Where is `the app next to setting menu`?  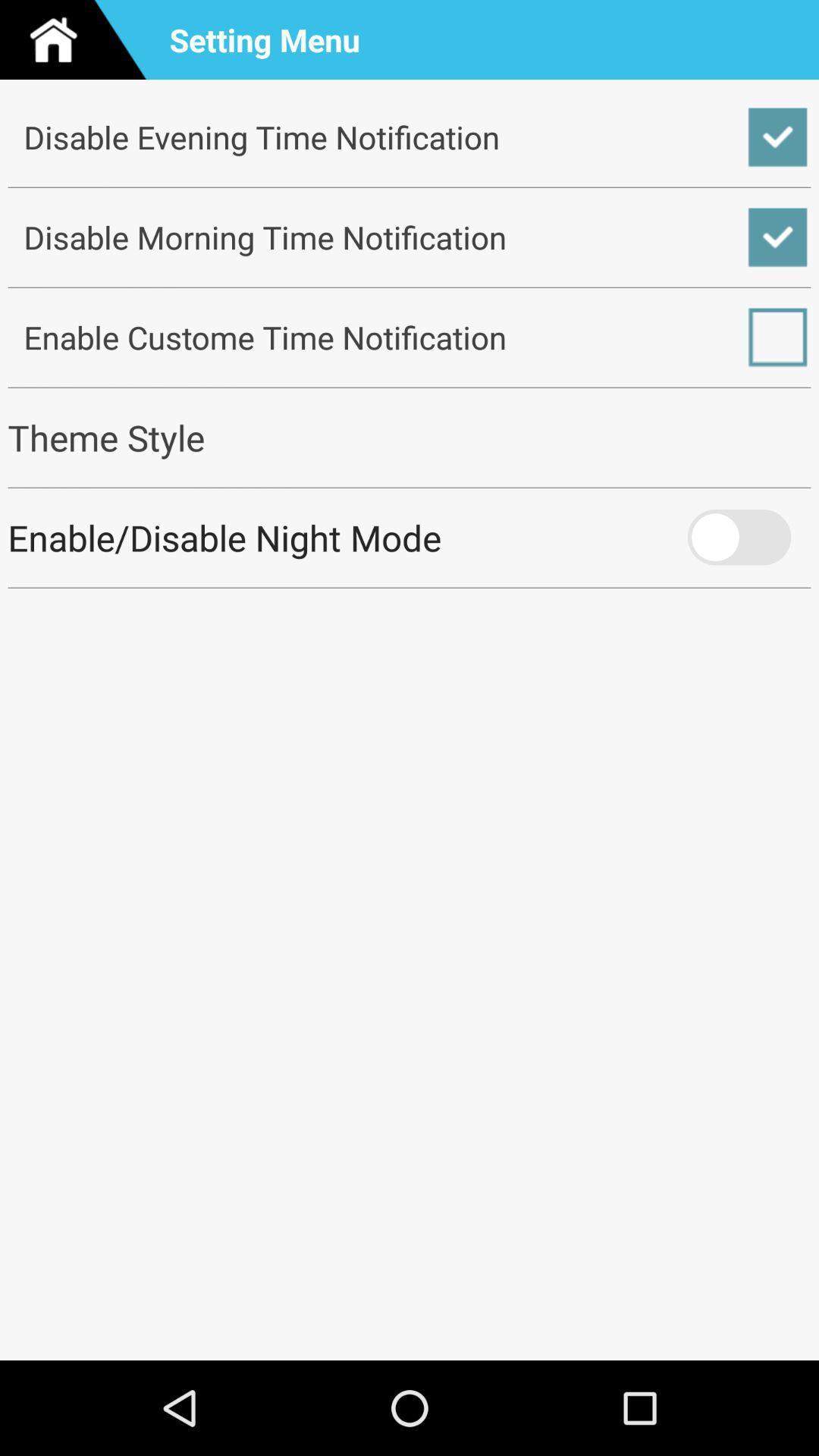 the app next to setting menu is located at coordinates (79, 39).